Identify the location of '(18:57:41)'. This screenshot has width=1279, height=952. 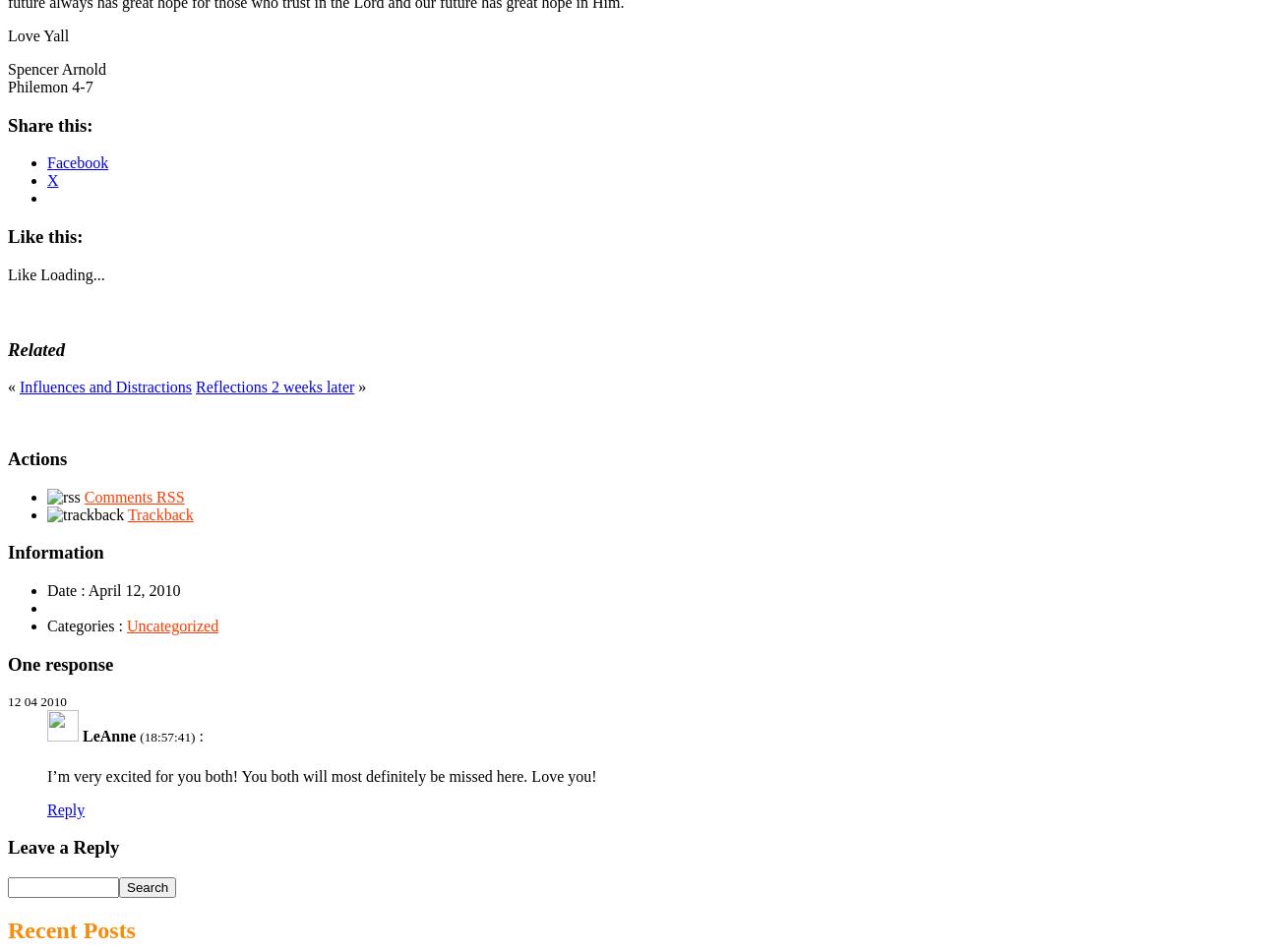
(167, 736).